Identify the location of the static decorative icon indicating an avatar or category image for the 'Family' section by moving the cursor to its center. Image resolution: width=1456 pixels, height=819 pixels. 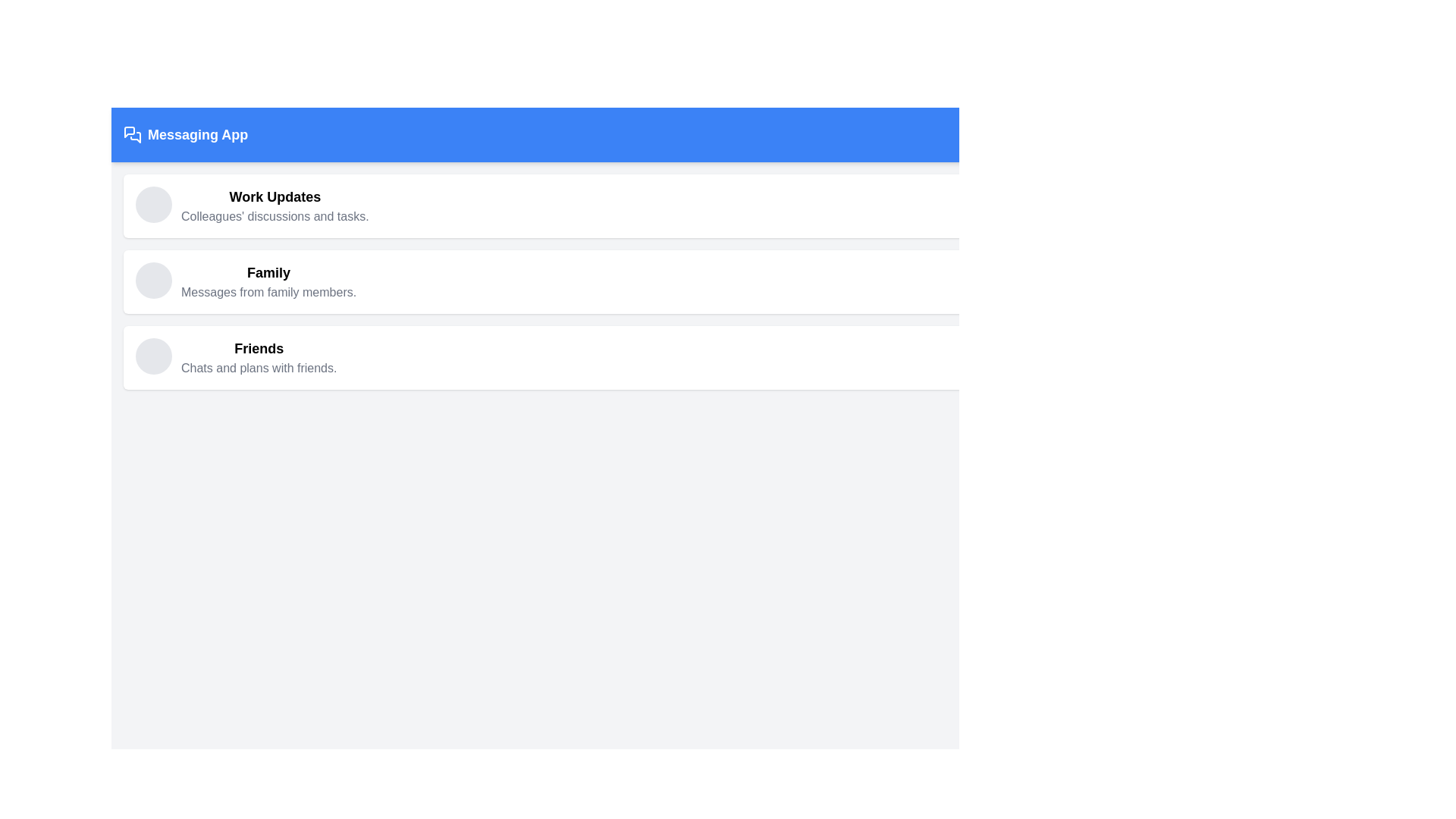
(153, 281).